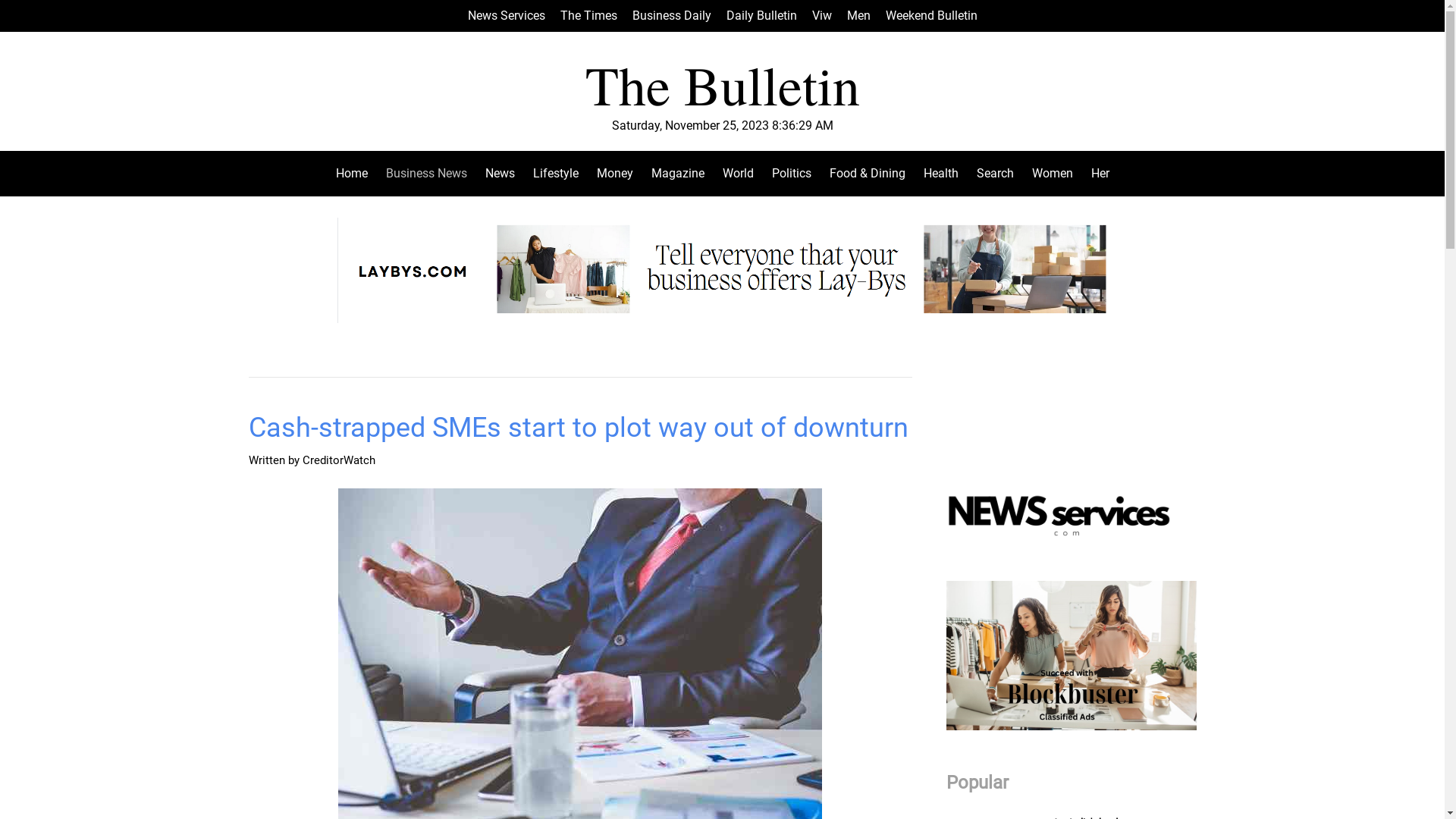 This screenshot has height=819, width=1456. Describe the element at coordinates (867, 172) in the screenshot. I see `'Food & Dining'` at that location.